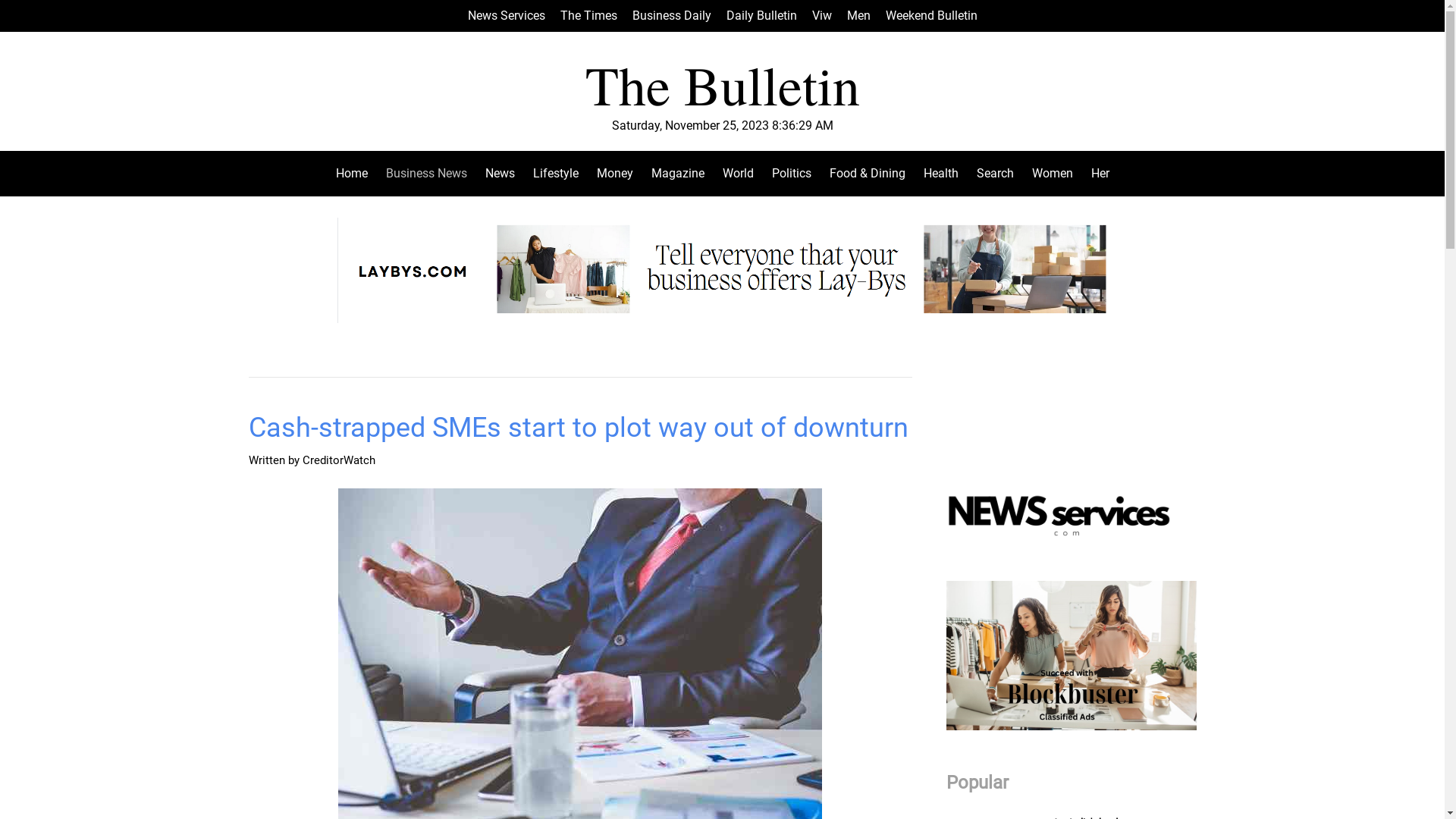 This screenshot has height=819, width=1456. Describe the element at coordinates (867, 172) in the screenshot. I see `'Food & Dining'` at that location.